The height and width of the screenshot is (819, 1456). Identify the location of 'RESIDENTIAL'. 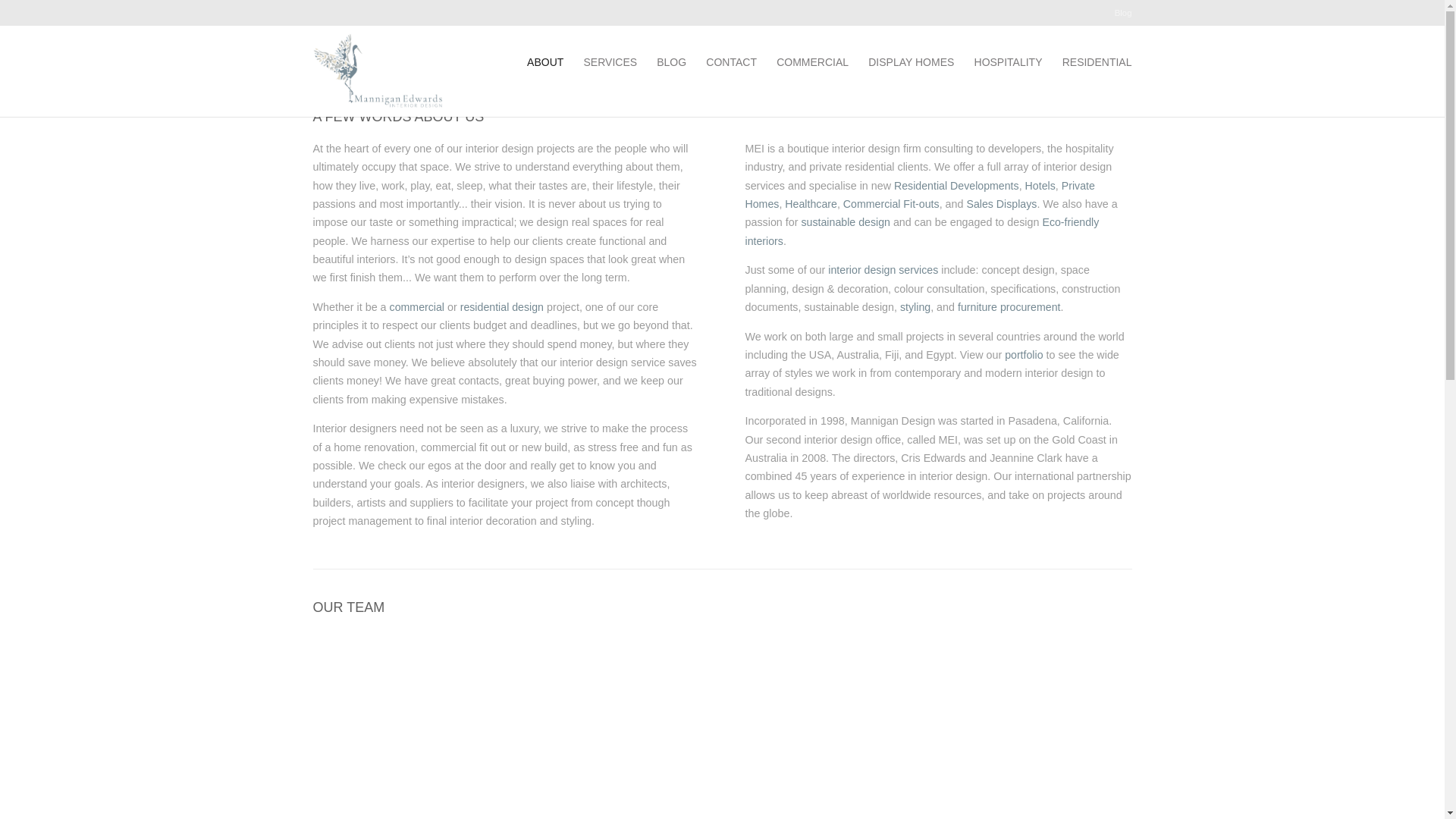
(1097, 61).